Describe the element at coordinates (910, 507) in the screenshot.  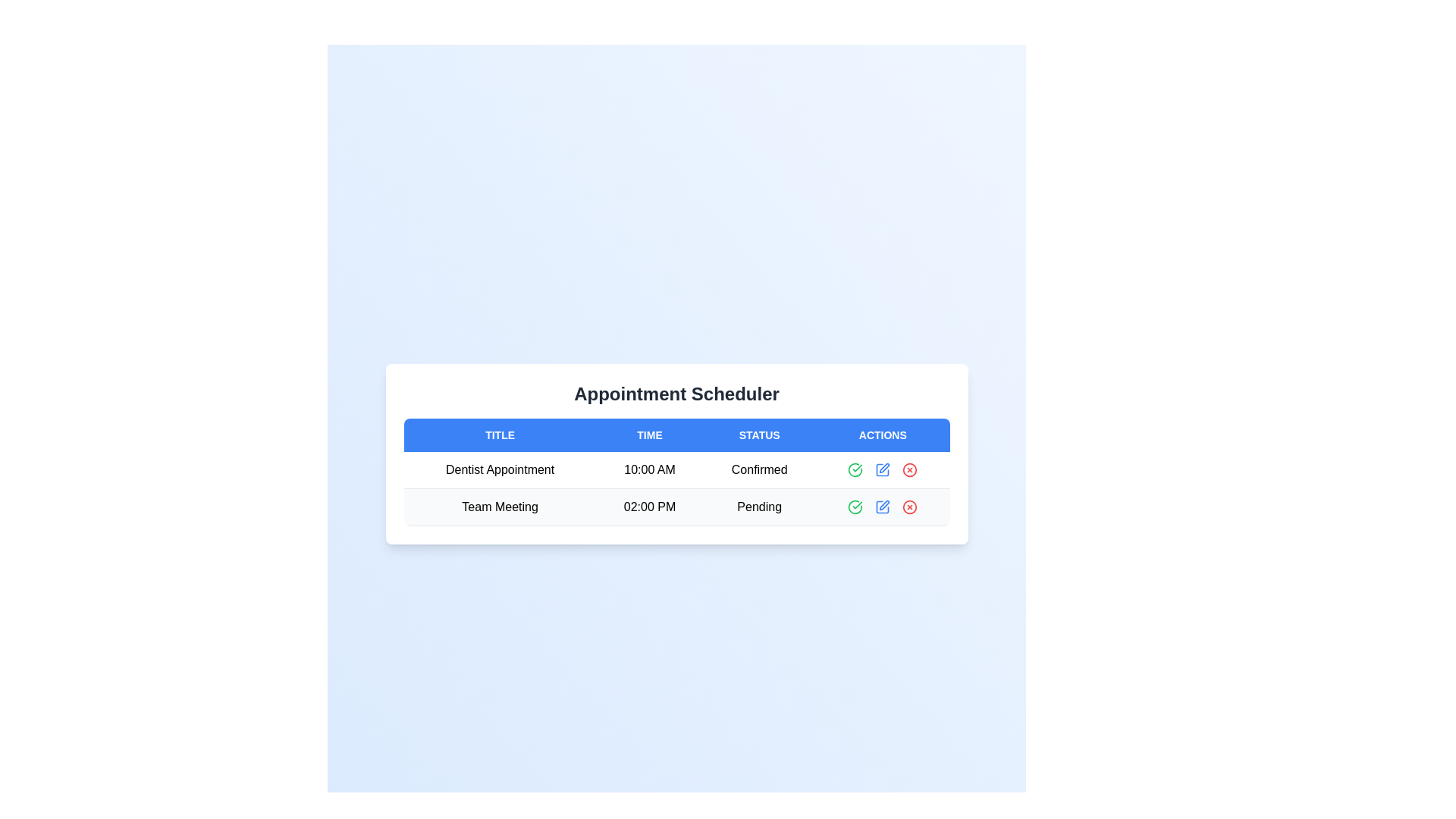
I see `the delete button located at the far right of the second row under the 'Actions' column in the table` at that location.